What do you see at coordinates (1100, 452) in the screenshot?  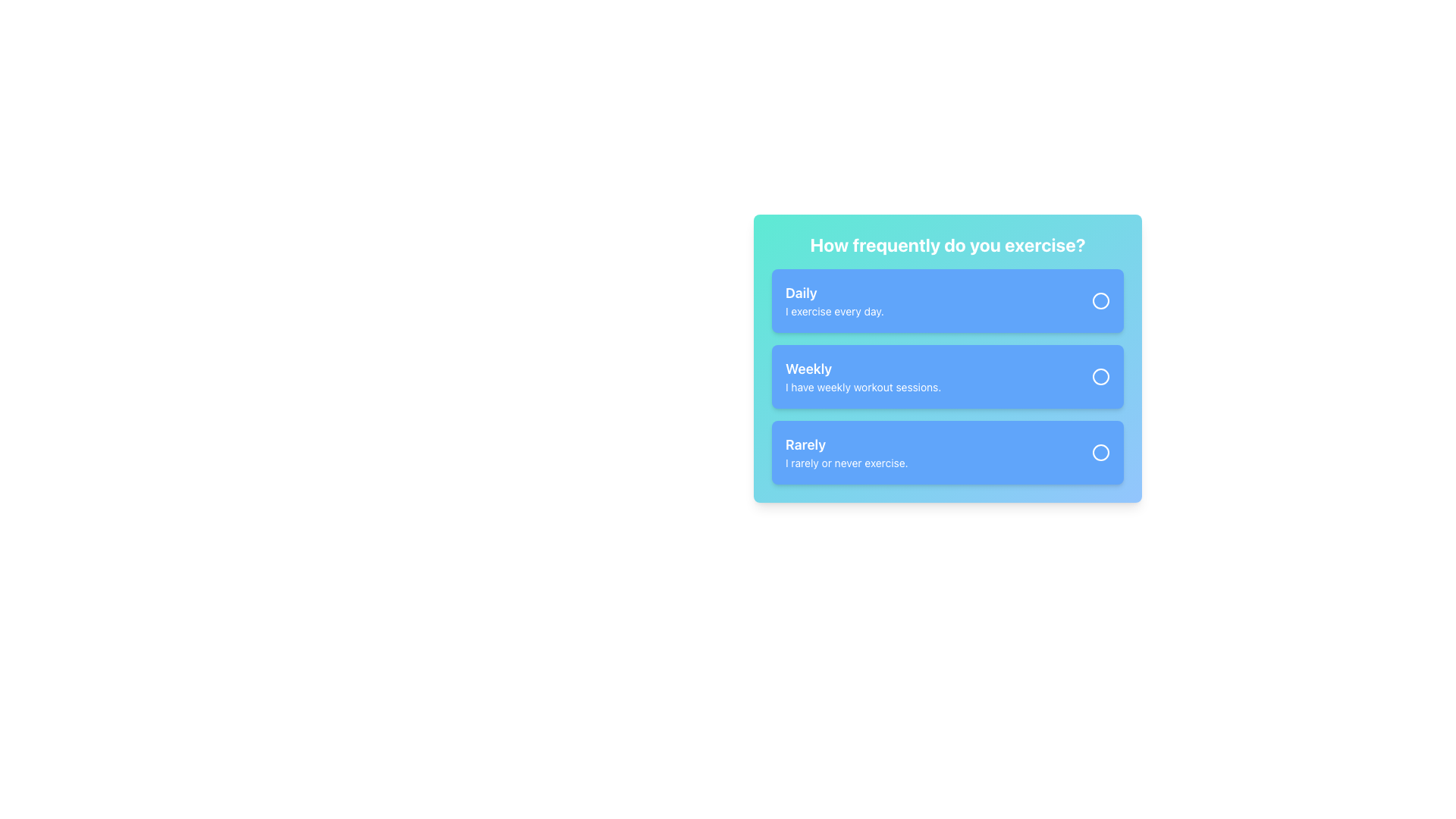 I see `the third radio button indicator` at bounding box center [1100, 452].